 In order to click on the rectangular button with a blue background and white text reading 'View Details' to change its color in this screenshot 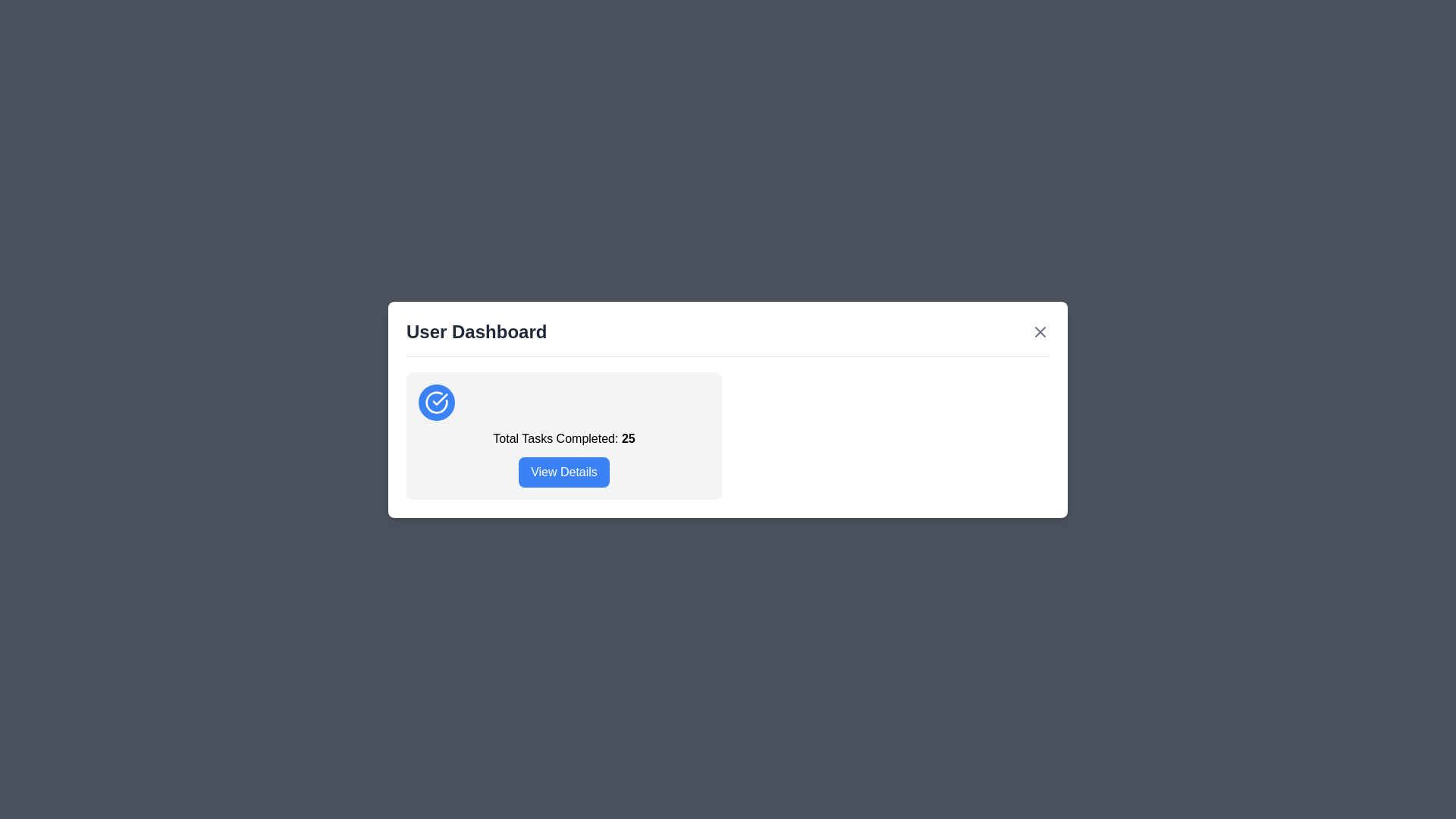, I will do `click(563, 471)`.